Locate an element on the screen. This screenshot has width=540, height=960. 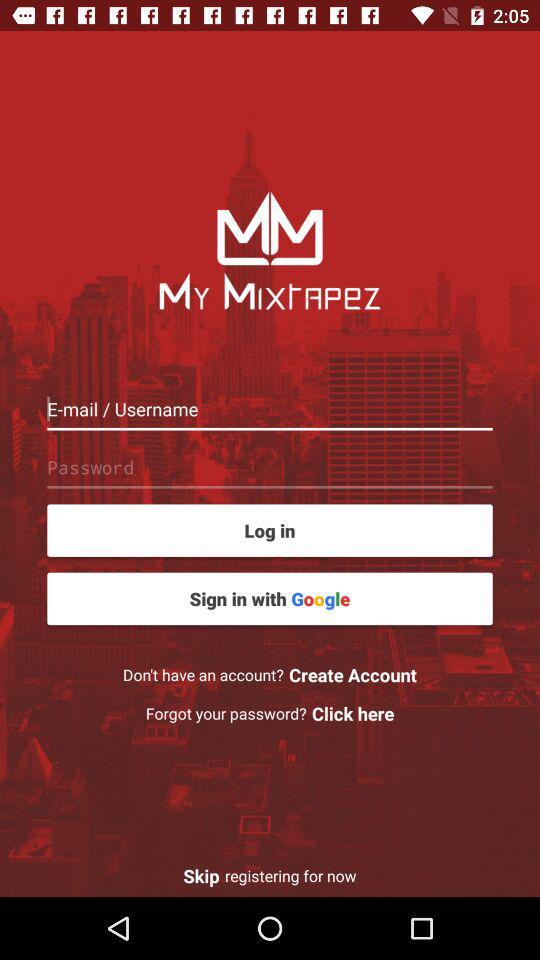
provided field to enter password is located at coordinates (270, 467).